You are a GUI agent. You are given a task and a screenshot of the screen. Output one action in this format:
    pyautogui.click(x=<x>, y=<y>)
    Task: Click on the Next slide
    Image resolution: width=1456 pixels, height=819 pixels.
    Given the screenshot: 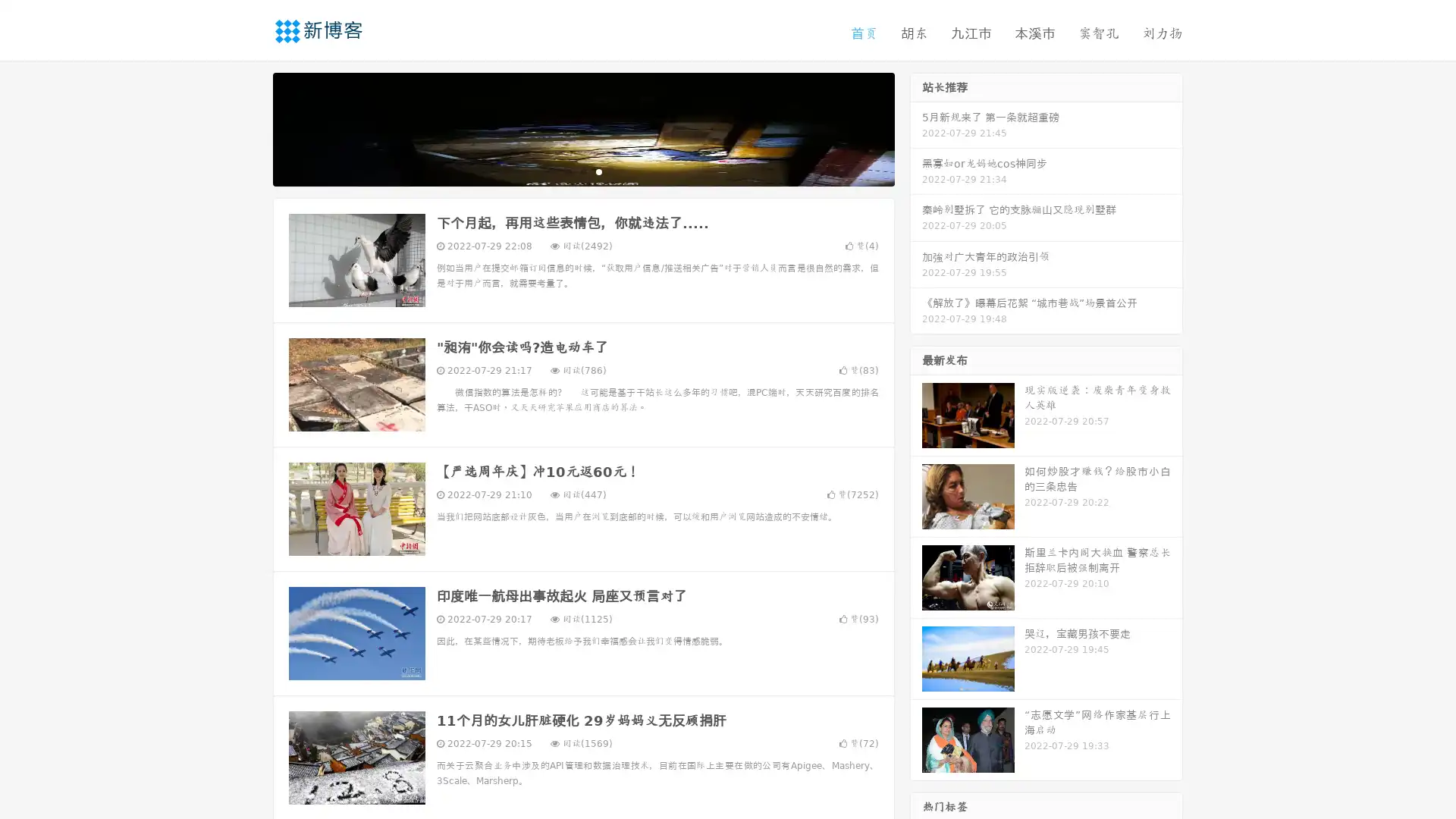 What is the action you would take?
    pyautogui.click(x=916, y=127)
    